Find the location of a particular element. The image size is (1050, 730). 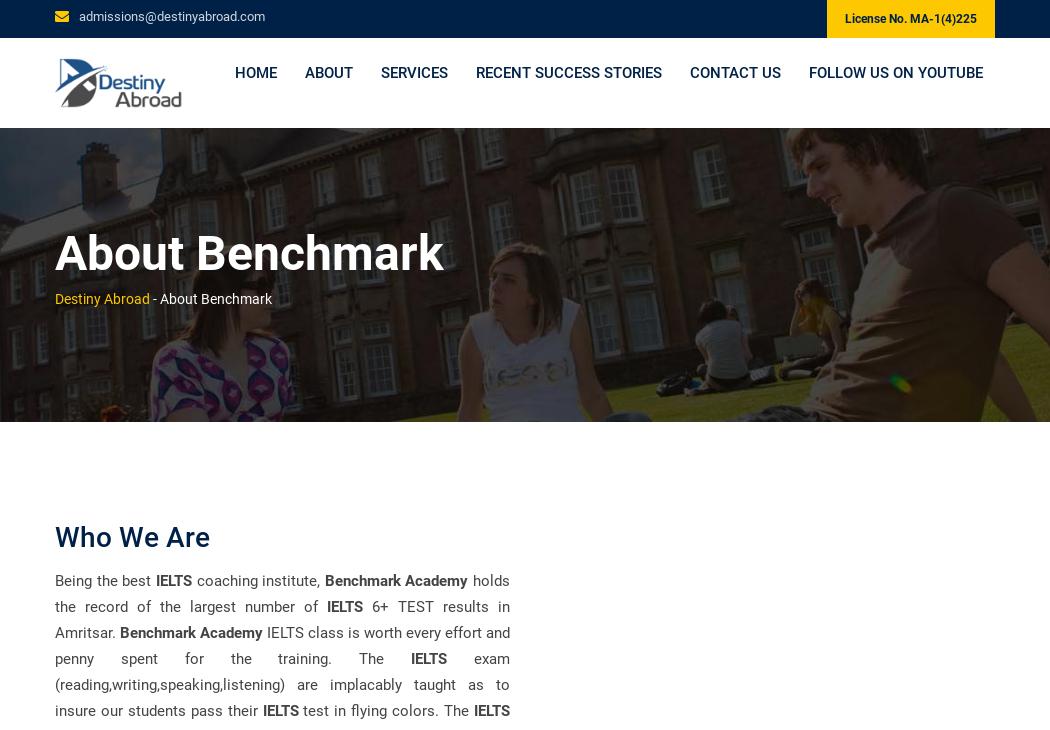

'exam (reading,writing,speaking,listening) are implacably taught as to insure our students pass their' is located at coordinates (281, 684).